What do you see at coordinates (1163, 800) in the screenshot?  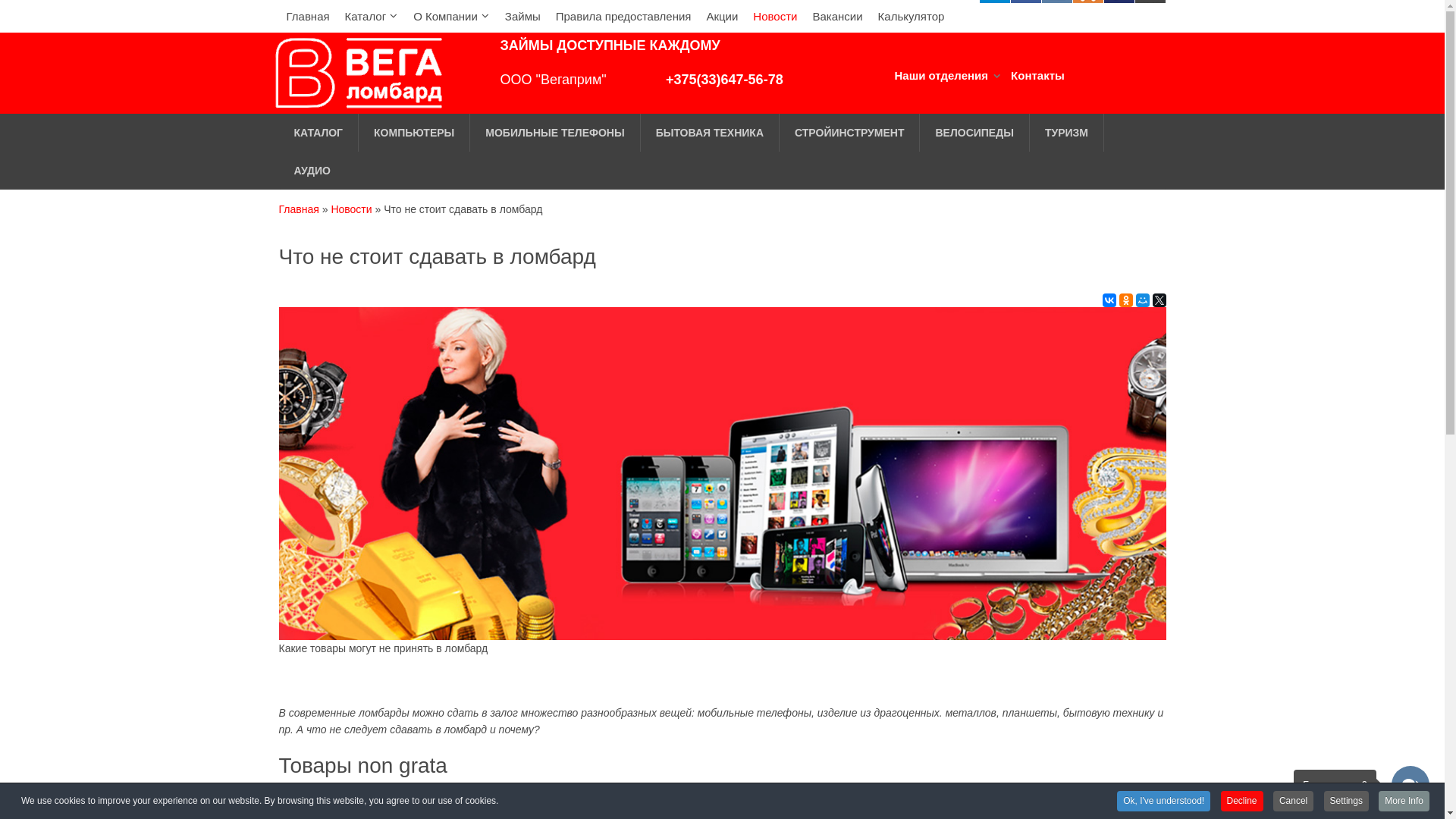 I see `'Ok, I've understood!'` at bounding box center [1163, 800].